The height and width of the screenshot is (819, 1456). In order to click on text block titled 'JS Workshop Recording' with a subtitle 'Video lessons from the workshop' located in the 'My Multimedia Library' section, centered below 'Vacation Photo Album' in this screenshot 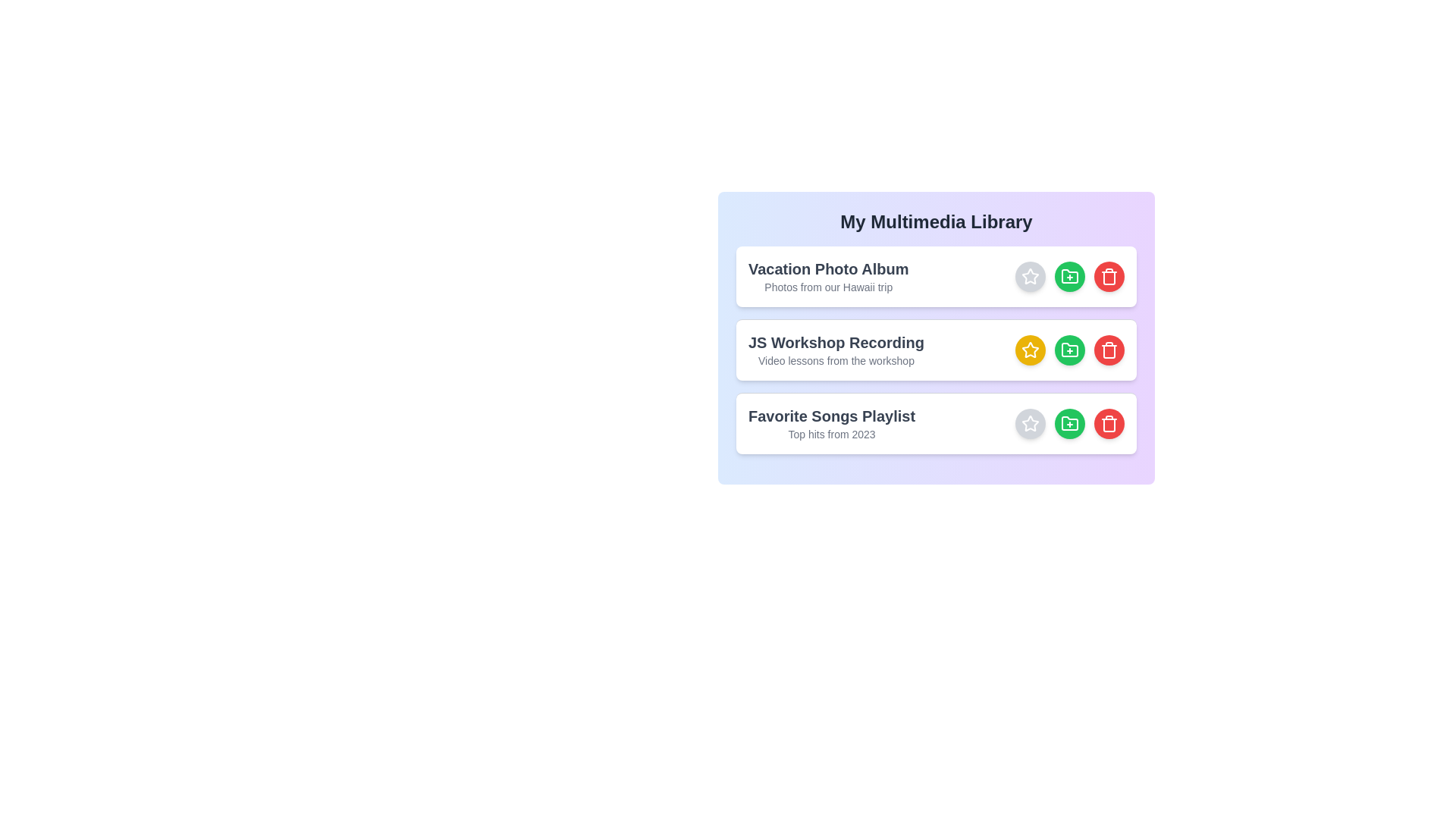, I will do `click(836, 350)`.